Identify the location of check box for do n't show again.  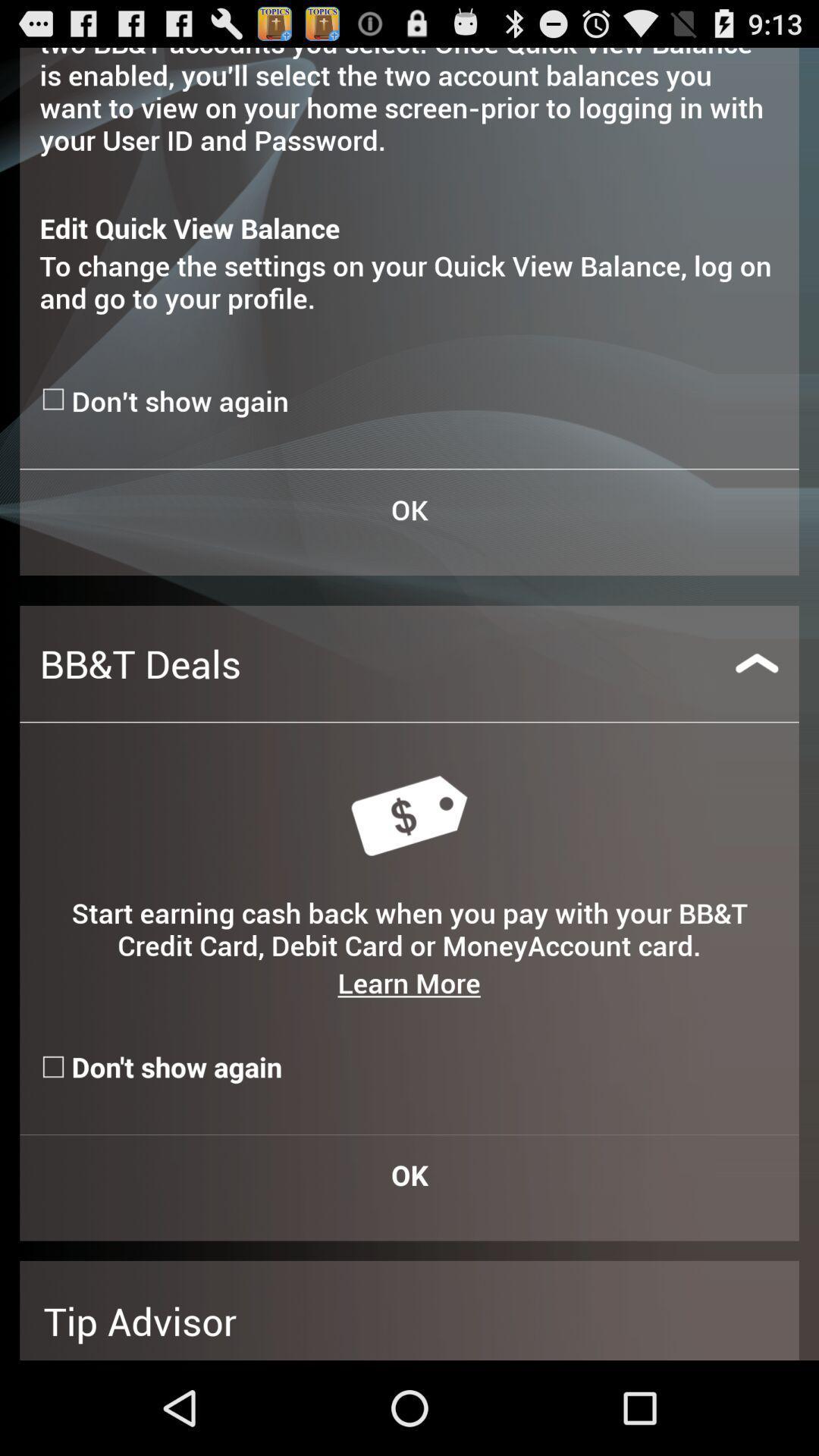
(55, 399).